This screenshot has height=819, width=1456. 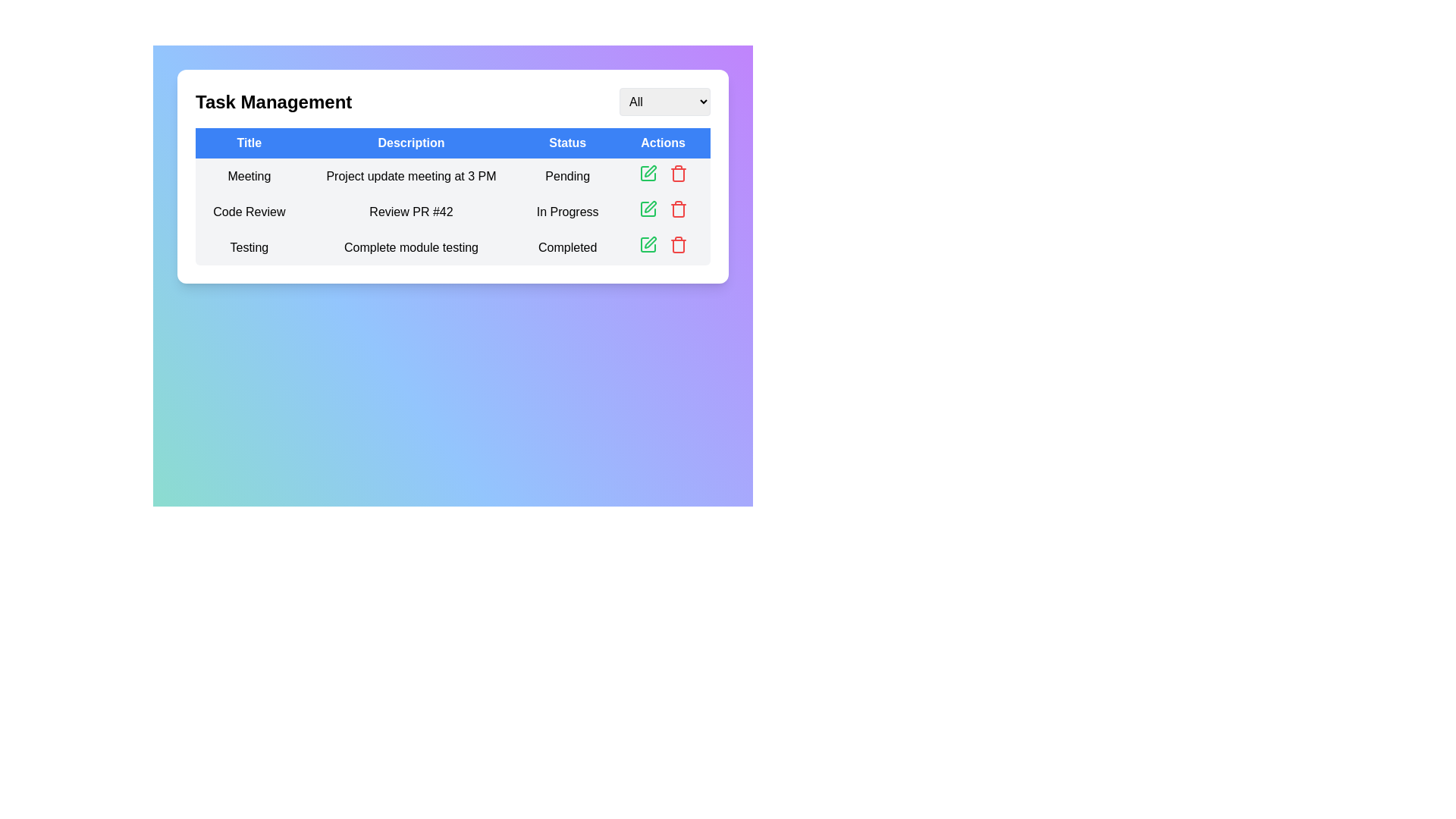 I want to click on the text label 'Actions' which is styled with white text on a blue background, serving as the header for the fourth column in a table layout, so click(x=663, y=143).